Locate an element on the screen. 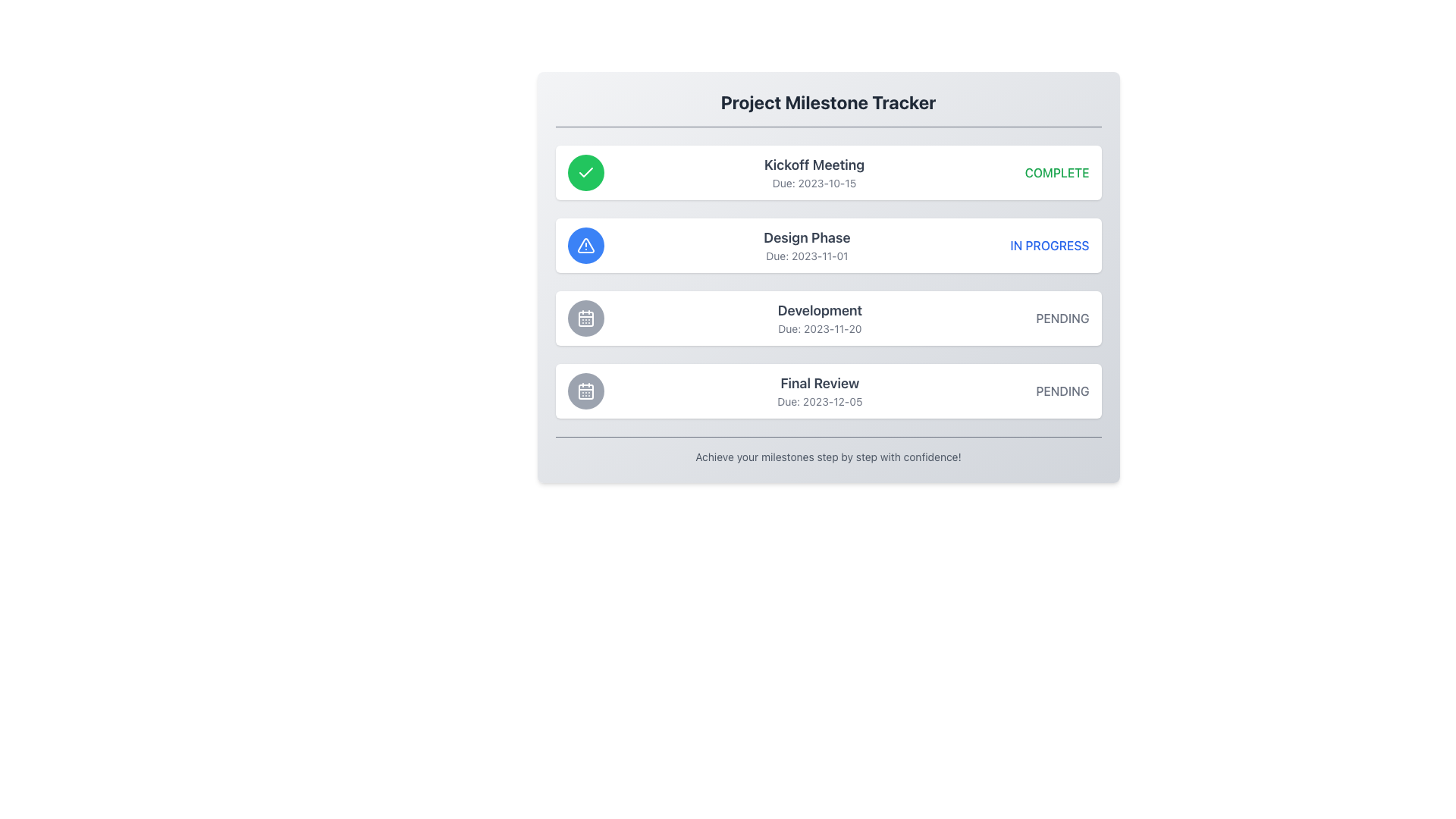 The height and width of the screenshot is (819, 1456). the calendar icon representing the 'Development' task in the third row of the vertical list is located at coordinates (585, 391).